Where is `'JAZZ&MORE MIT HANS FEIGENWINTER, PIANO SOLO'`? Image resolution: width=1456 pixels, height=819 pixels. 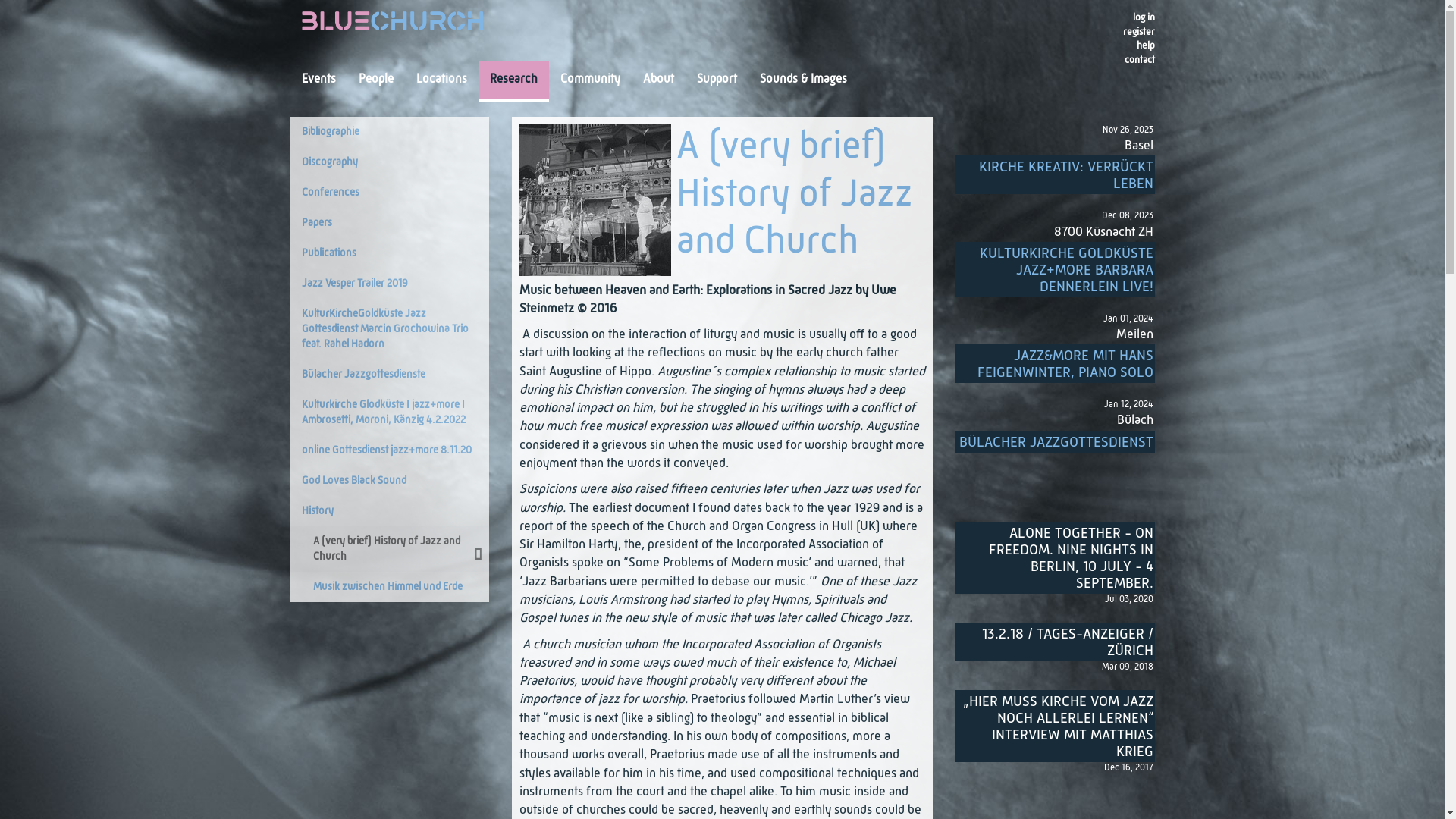 'JAZZ&MORE MIT HANS FEIGENWINTER, PIANO SOLO' is located at coordinates (1054, 363).